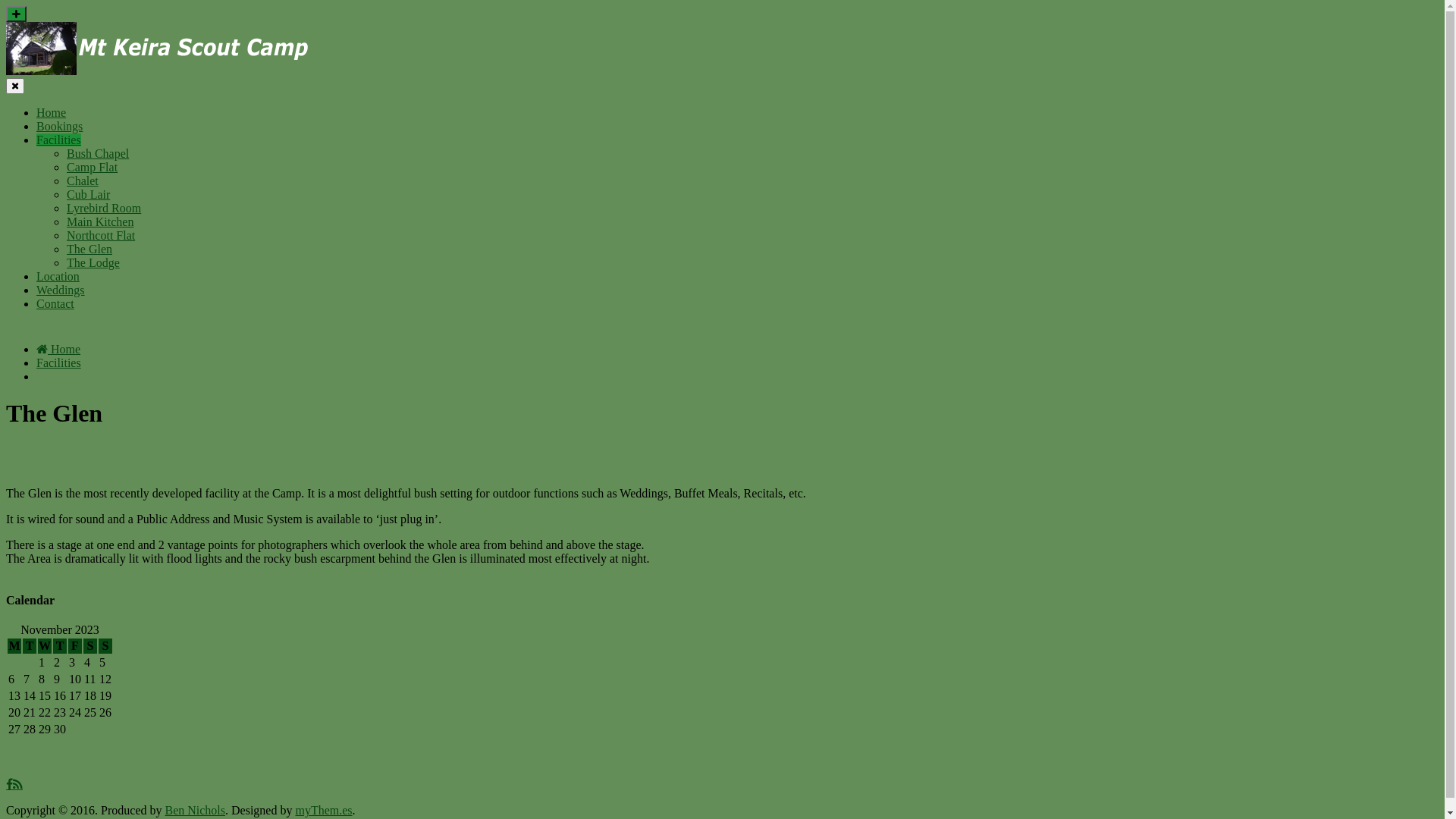 This screenshot has height=819, width=1456. Describe the element at coordinates (82, 180) in the screenshot. I see `'Chalet'` at that location.